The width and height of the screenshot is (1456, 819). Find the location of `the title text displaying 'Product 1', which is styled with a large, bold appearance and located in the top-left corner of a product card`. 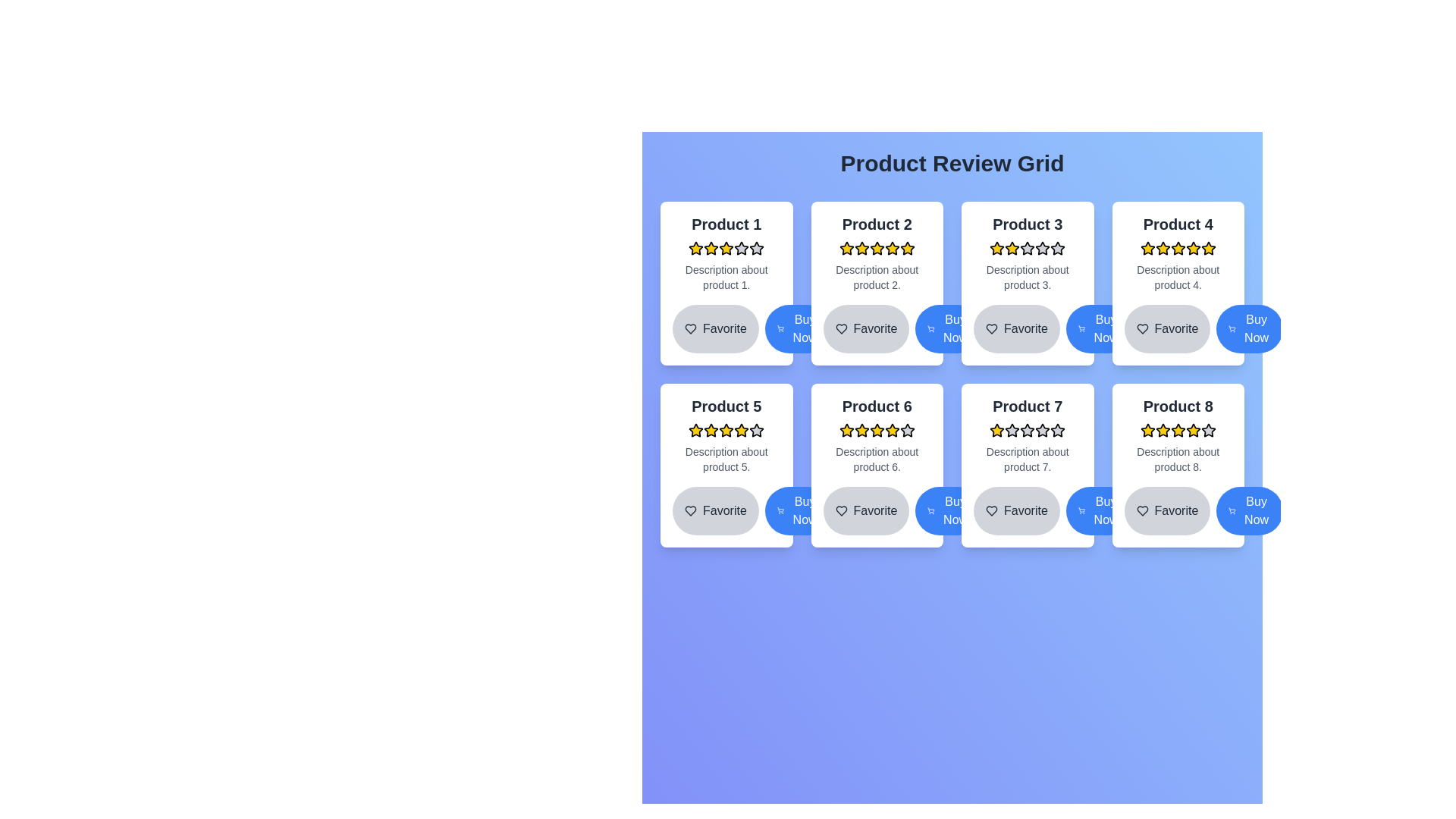

the title text displaying 'Product 1', which is styled with a large, bold appearance and located in the top-left corner of a product card is located at coordinates (726, 224).